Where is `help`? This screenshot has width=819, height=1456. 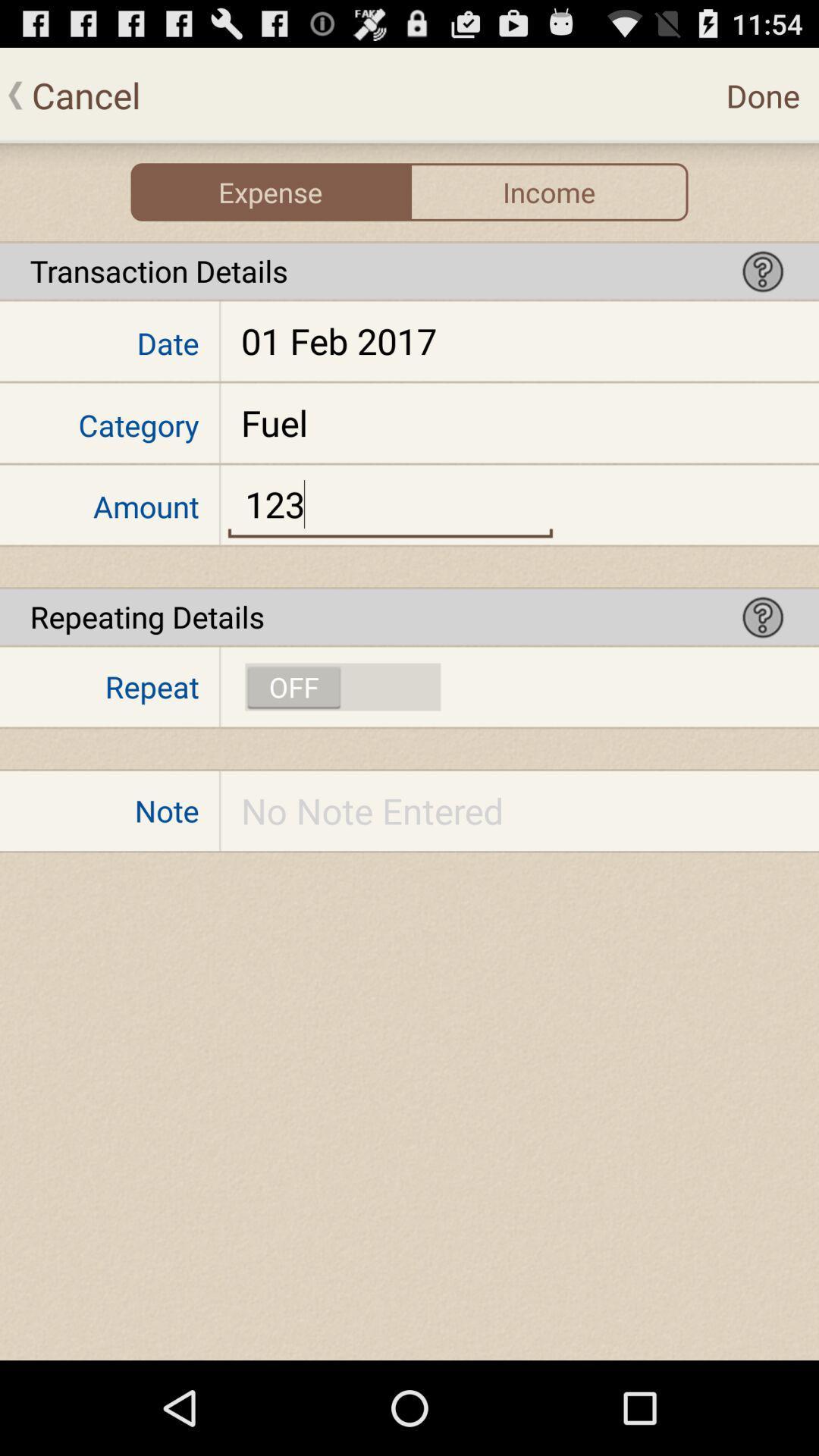 help is located at coordinates (763, 617).